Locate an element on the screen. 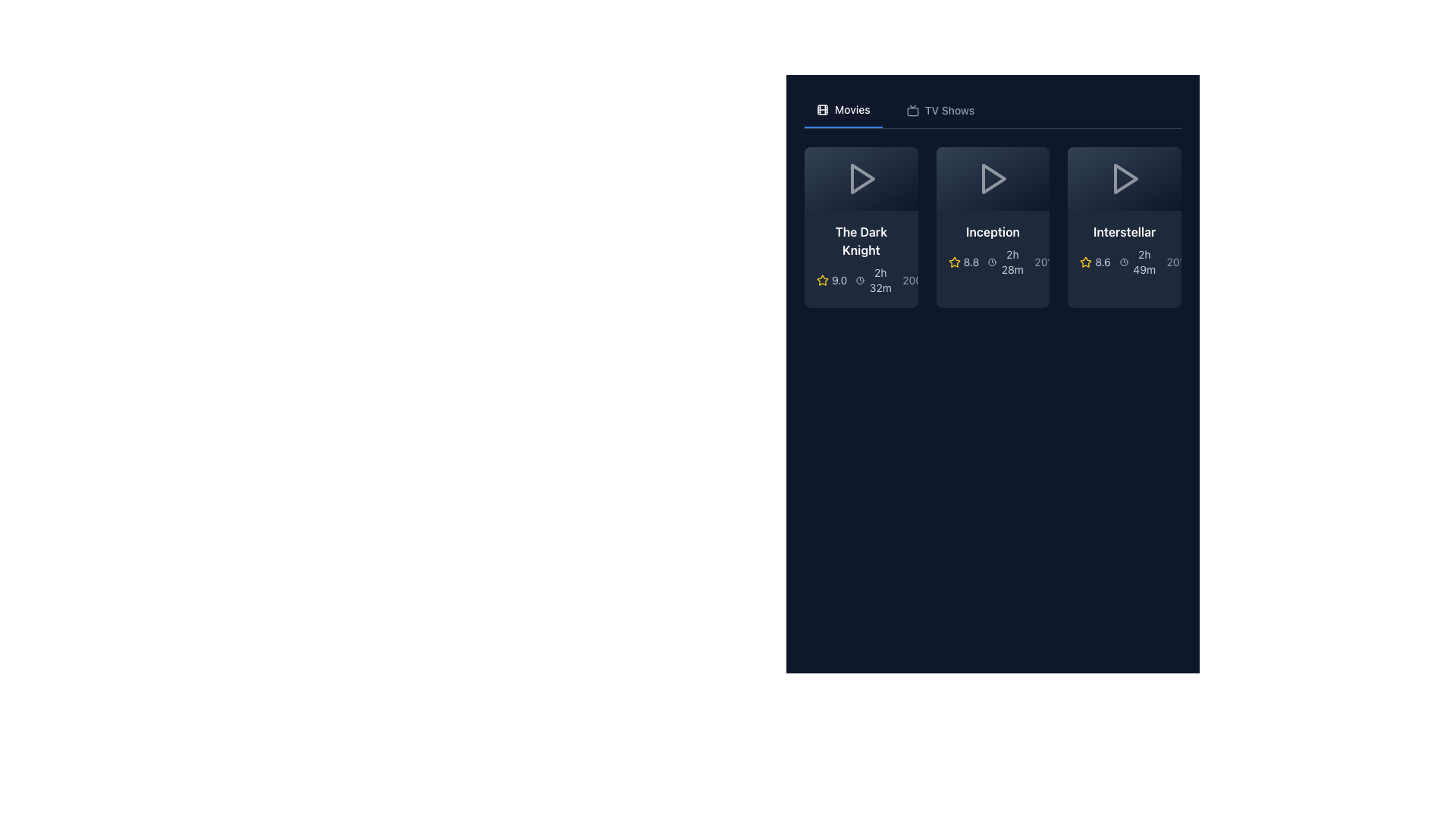  the movie card for 'Interstellar' to interact with it, located in the third column of the grid layout under the 'Movies' header is located at coordinates (1125, 227).